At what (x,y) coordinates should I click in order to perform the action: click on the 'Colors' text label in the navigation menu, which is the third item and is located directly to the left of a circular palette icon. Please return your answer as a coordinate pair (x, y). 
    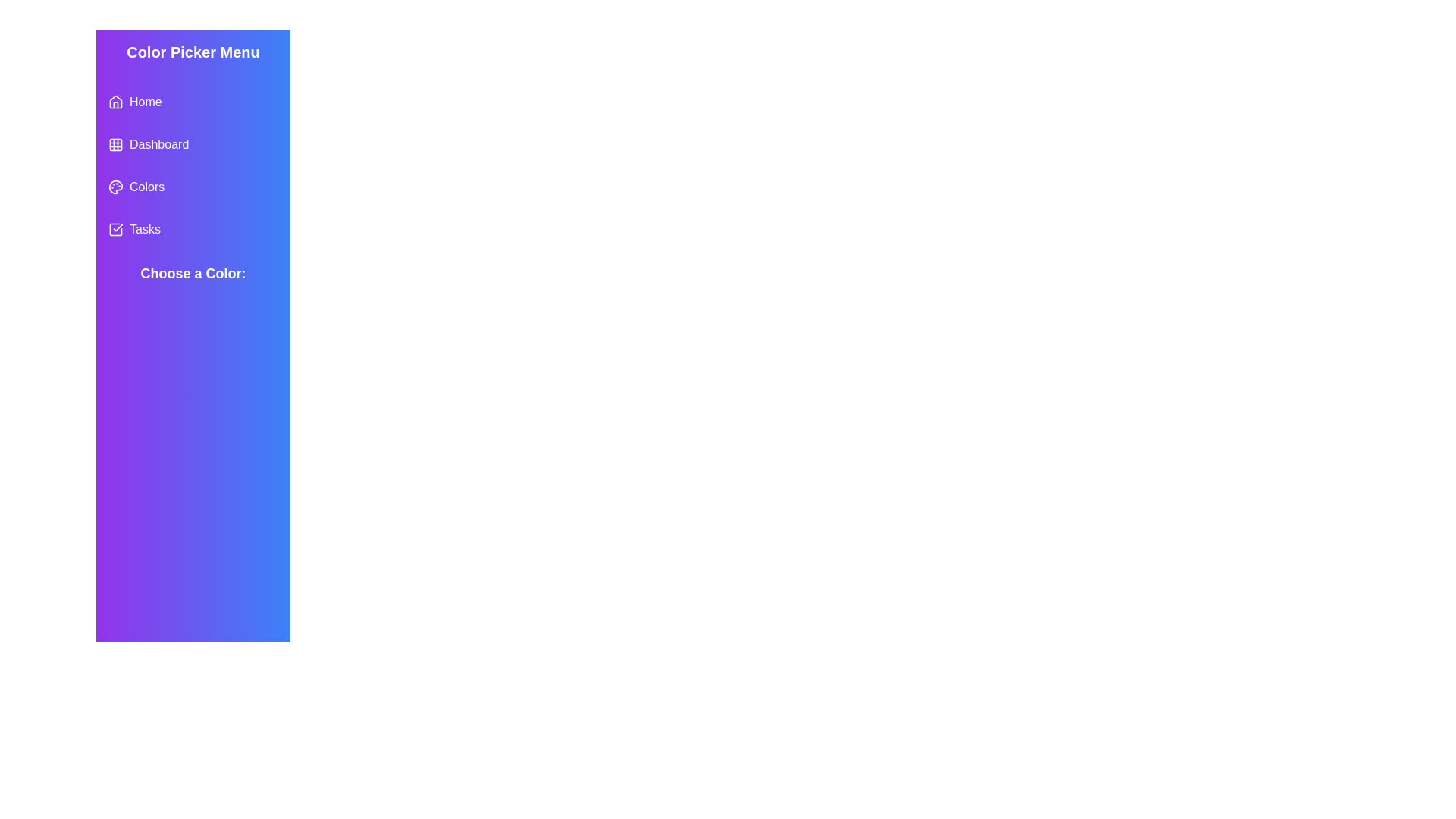
    Looking at the image, I should click on (147, 186).